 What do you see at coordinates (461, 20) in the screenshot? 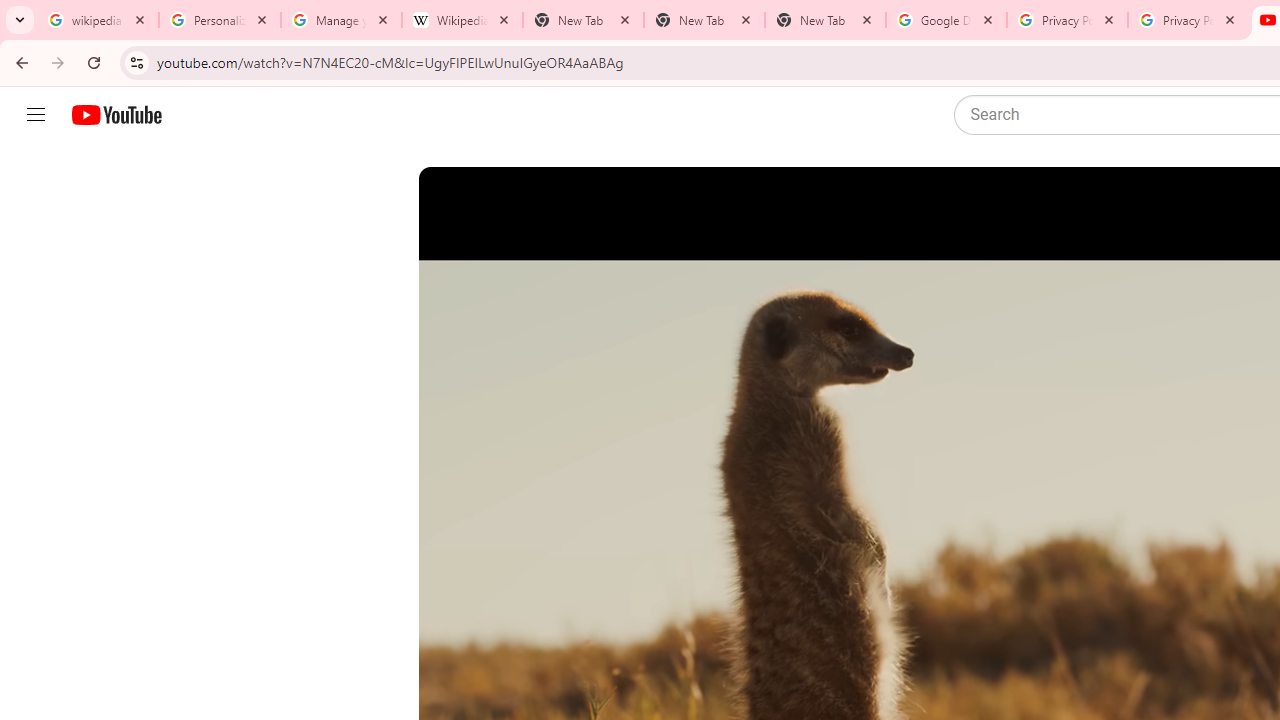
I see `'Wikipedia:Edit requests - Wikipedia'` at bounding box center [461, 20].